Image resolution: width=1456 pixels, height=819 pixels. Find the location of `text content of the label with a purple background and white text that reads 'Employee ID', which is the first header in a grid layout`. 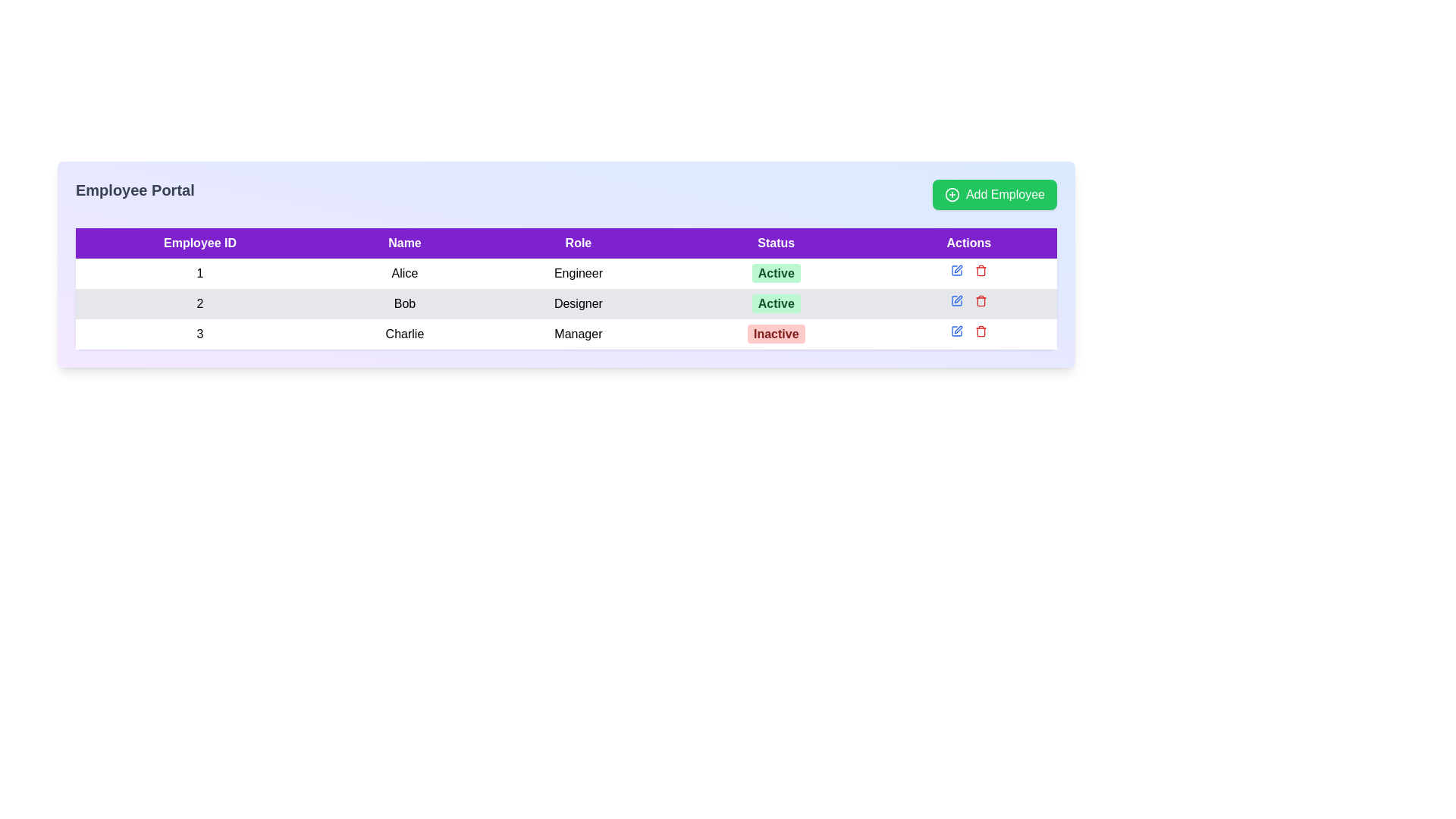

text content of the label with a purple background and white text that reads 'Employee ID', which is the first header in a grid layout is located at coordinates (199, 242).